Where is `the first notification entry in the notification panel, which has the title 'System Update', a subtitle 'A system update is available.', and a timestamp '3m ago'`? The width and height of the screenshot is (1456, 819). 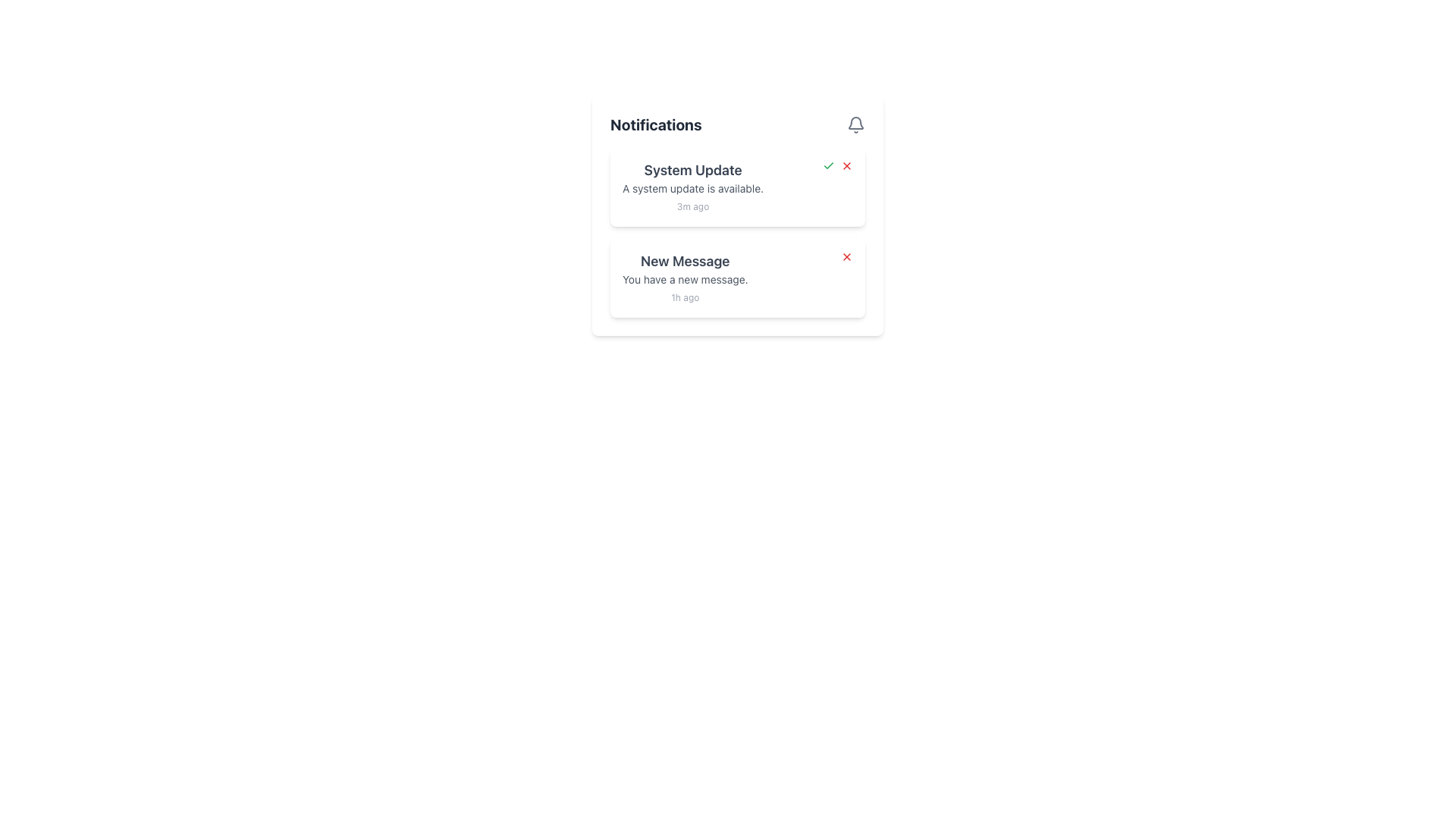
the first notification entry in the notification panel, which has the title 'System Update', a subtitle 'A system update is available.', and a timestamp '3m ago' is located at coordinates (692, 186).